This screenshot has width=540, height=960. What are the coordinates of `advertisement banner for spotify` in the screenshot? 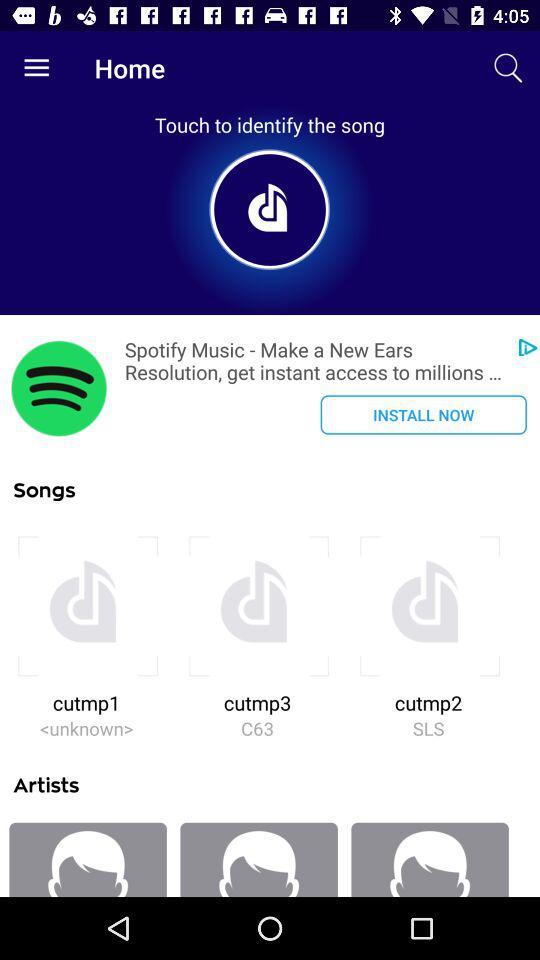 It's located at (59, 387).